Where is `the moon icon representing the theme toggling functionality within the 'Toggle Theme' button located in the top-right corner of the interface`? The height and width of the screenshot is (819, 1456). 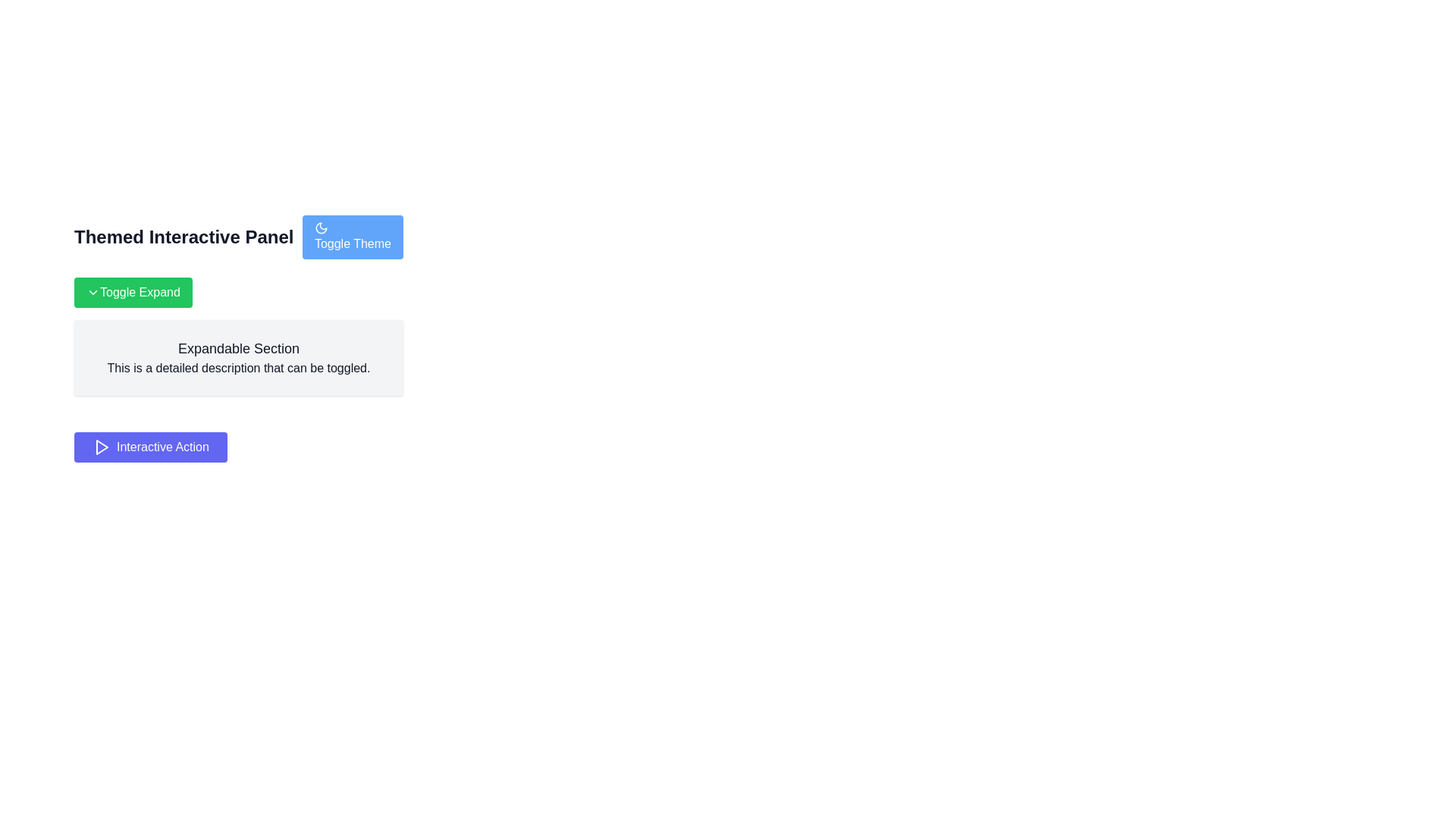
the moon icon representing the theme toggling functionality within the 'Toggle Theme' button located in the top-right corner of the interface is located at coordinates (320, 227).